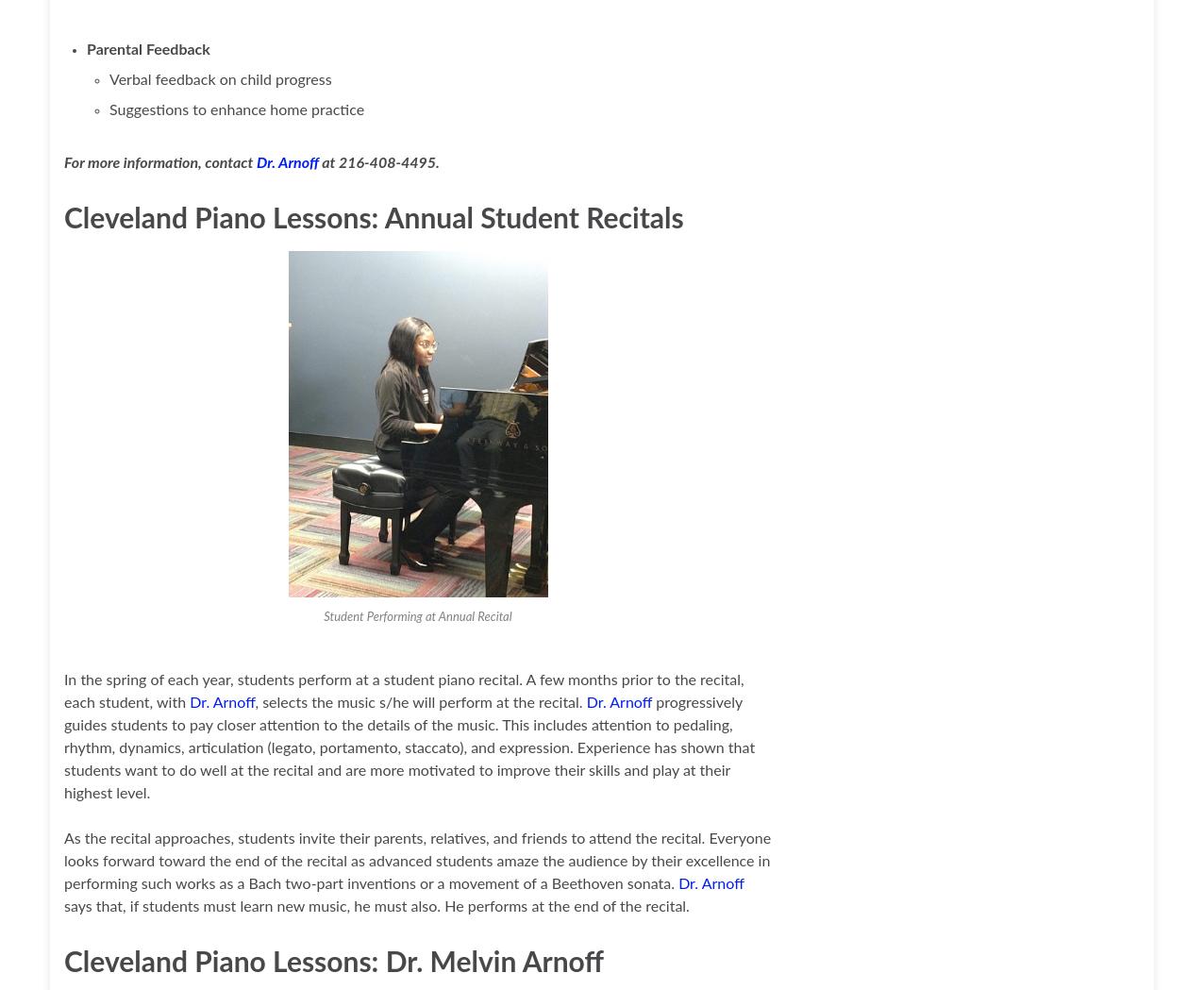 The width and height of the screenshot is (1204, 990). What do you see at coordinates (372, 219) in the screenshot?
I see `'Cleveland Piano Lessons: Annual Student Recitals'` at bounding box center [372, 219].